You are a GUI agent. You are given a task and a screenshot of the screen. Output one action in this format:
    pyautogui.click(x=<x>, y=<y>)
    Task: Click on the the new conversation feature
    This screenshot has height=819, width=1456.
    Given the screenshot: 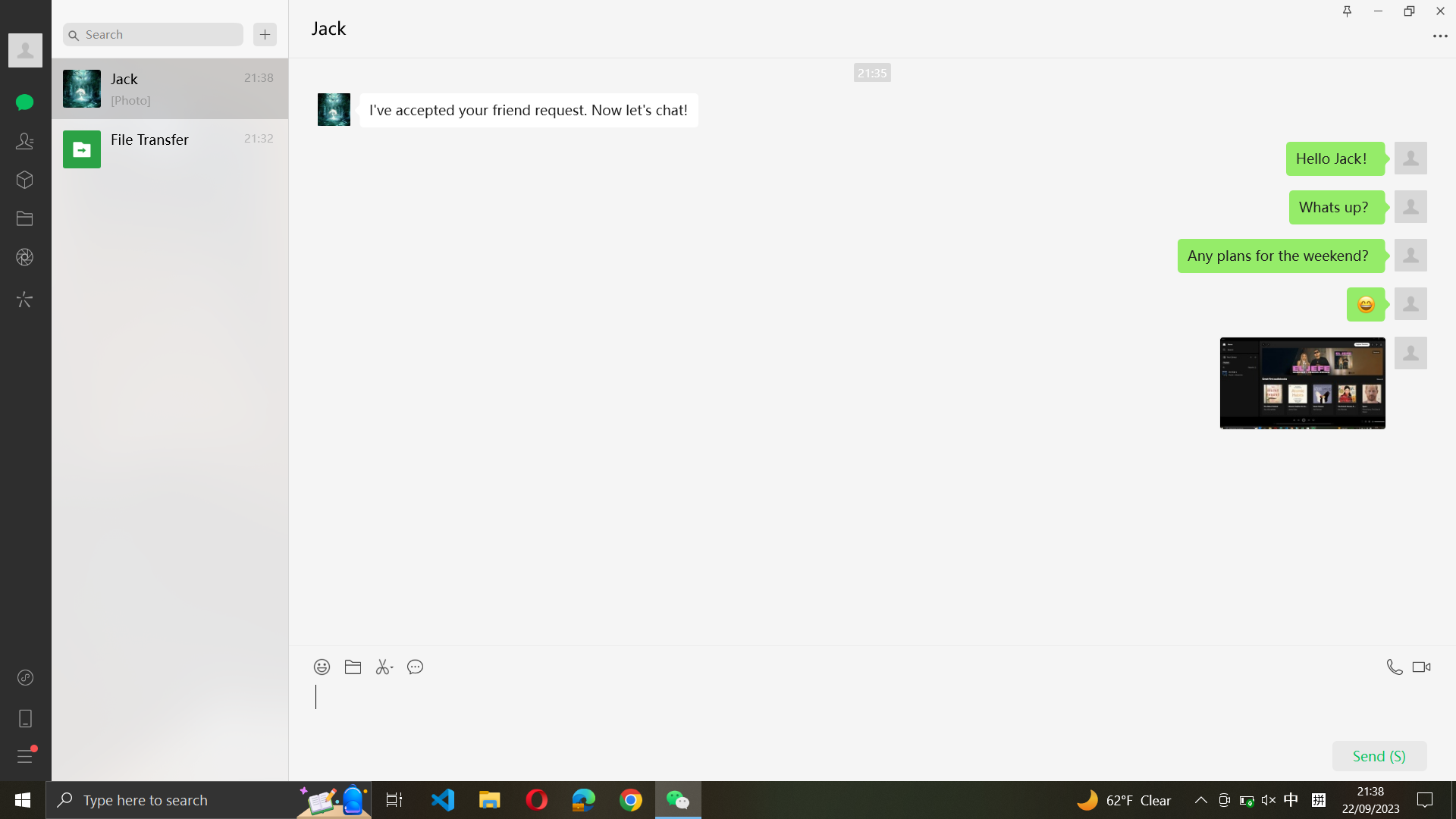 What is the action you would take?
    pyautogui.click(x=265, y=34)
    